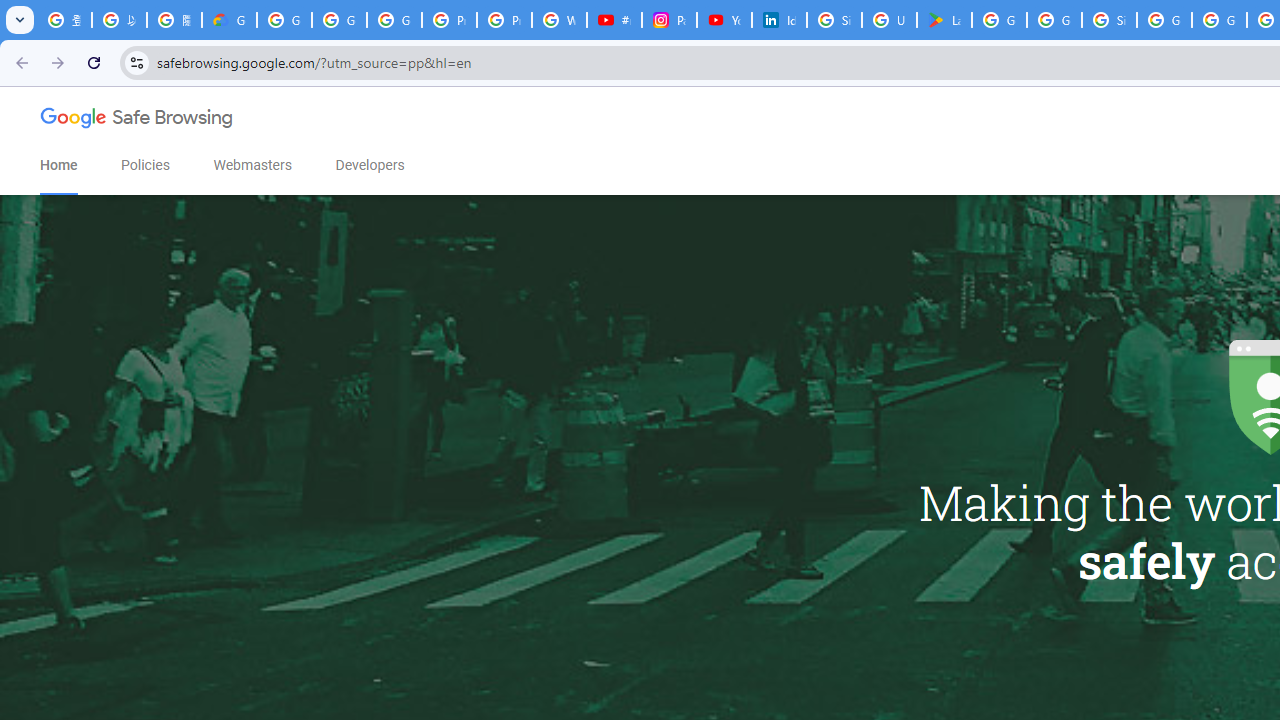 The width and height of the screenshot is (1280, 720). What do you see at coordinates (943, 20) in the screenshot?
I see `'Last Shelter: Survival - Apps on Google Play'` at bounding box center [943, 20].